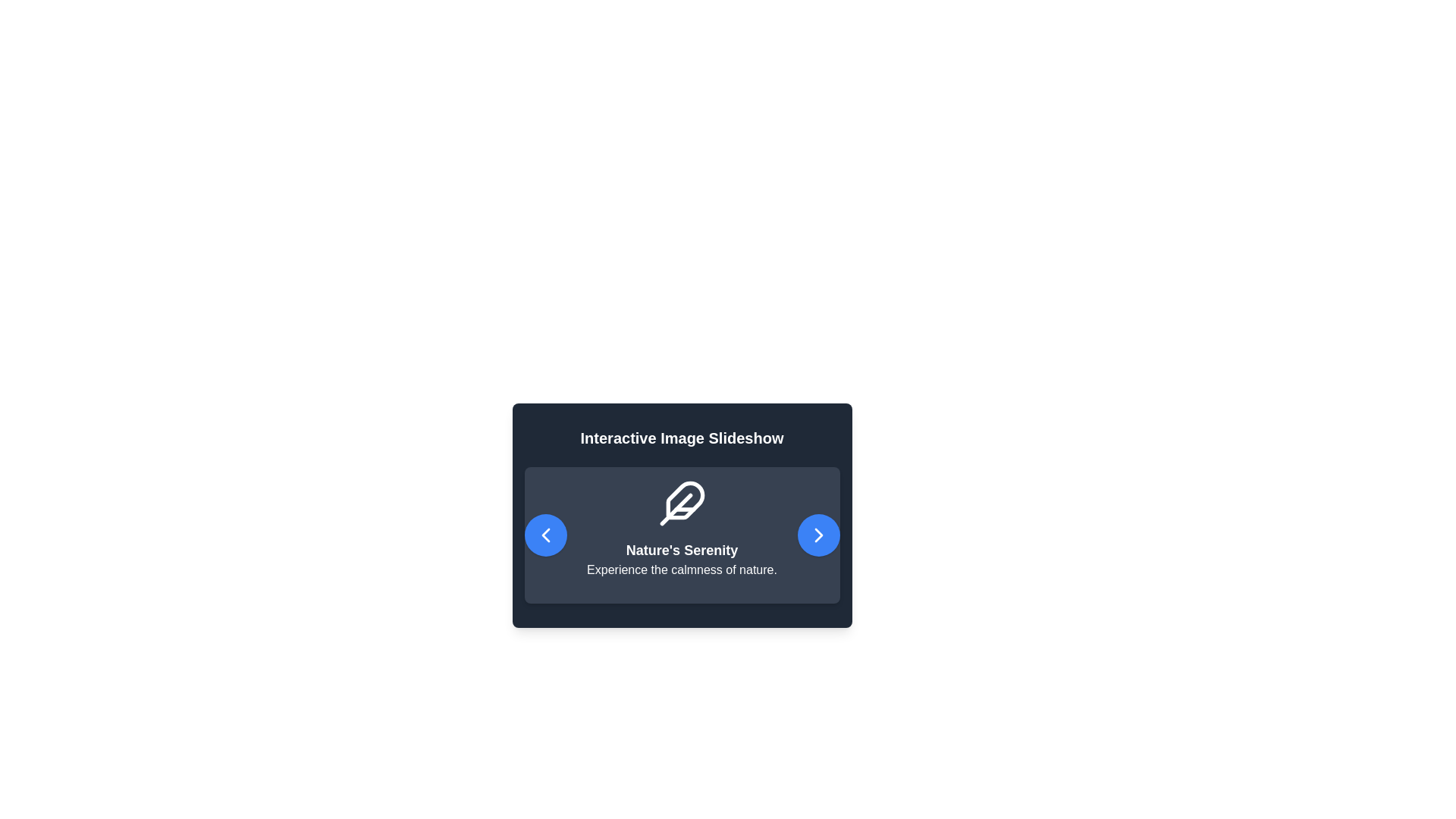  What do you see at coordinates (681, 570) in the screenshot?
I see `text block that contains the phrase 'Experience the calmness of nature.' which is displayed in white on a dark background, located underneath the title 'Nature's Serenity.'` at bounding box center [681, 570].